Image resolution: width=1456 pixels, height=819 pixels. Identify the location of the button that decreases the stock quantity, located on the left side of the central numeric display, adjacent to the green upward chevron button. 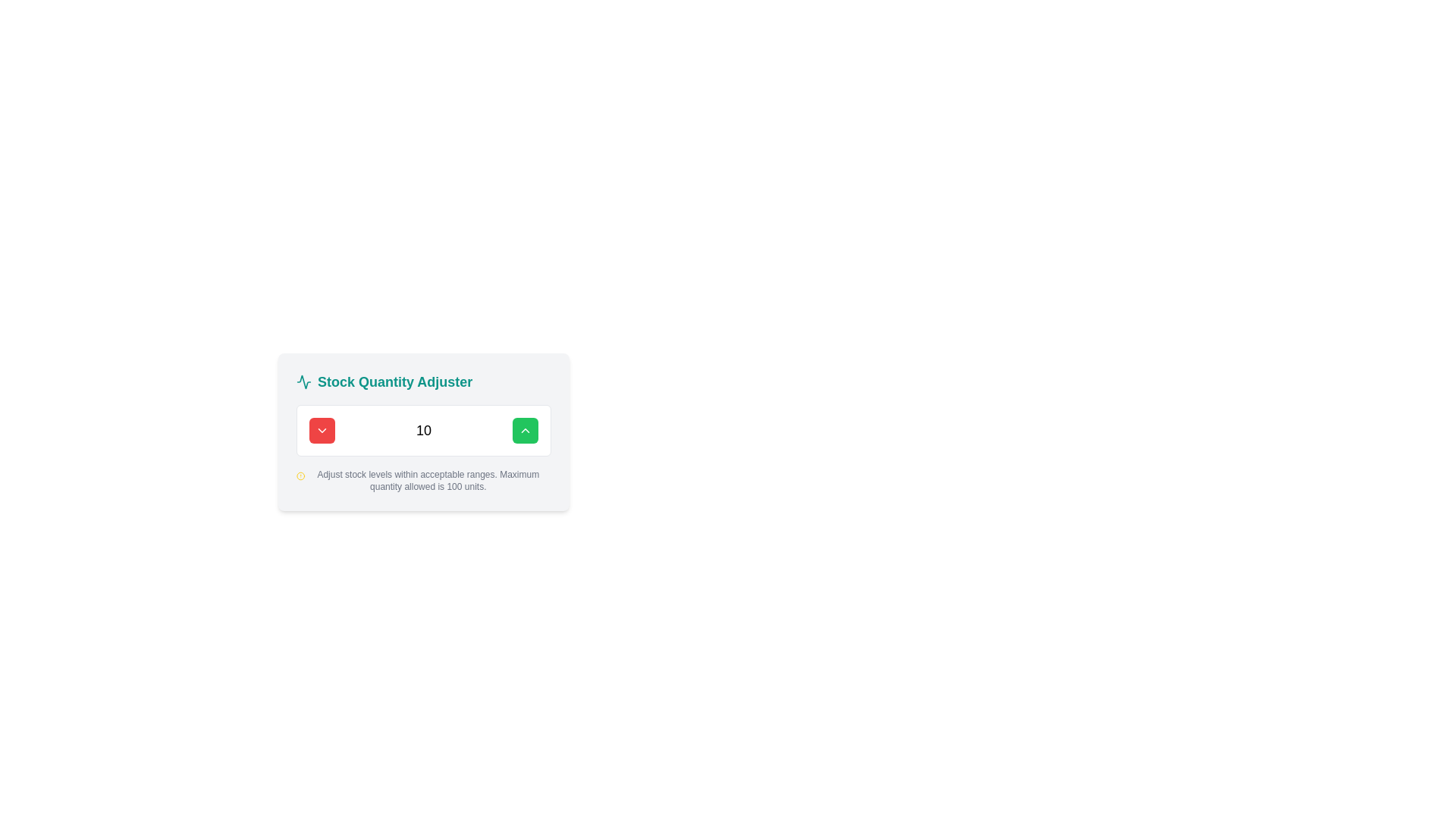
(322, 430).